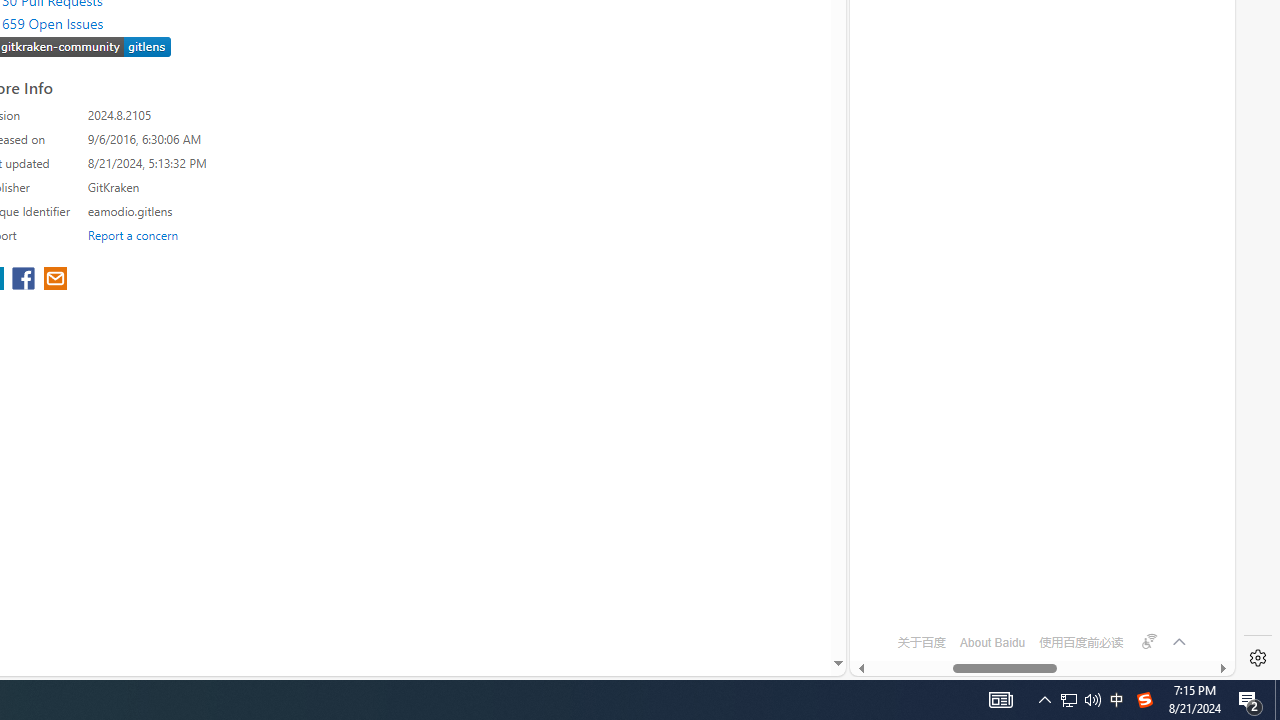  What do you see at coordinates (55, 280) in the screenshot?
I see `'share extension on email'` at bounding box center [55, 280].